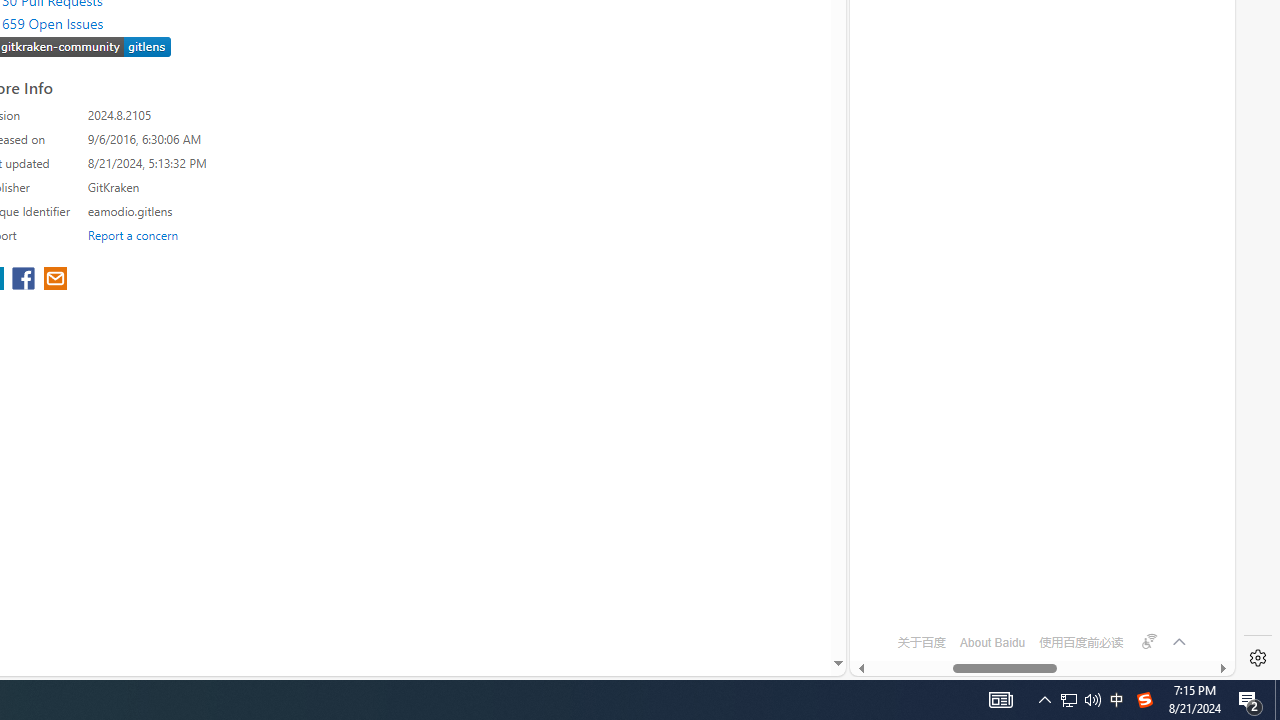  What do you see at coordinates (55, 280) in the screenshot?
I see `'share extension on email'` at bounding box center [55, 280].